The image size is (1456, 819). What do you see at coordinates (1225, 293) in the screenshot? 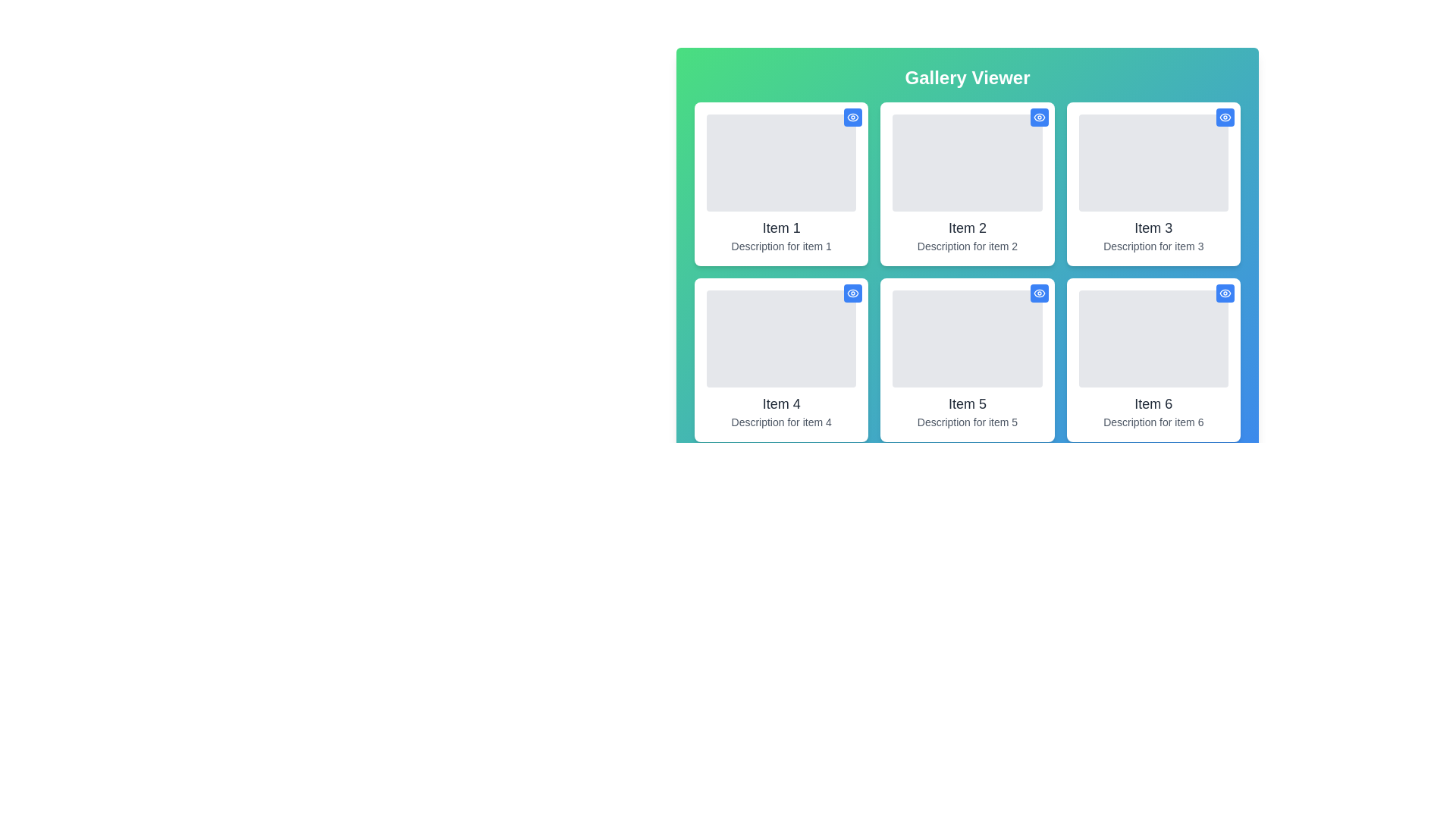
I see `the rounded blue button with a white eye icon located at the top-right corner of the card labeled 'Item 6'` at bounding box center [1225, 293].